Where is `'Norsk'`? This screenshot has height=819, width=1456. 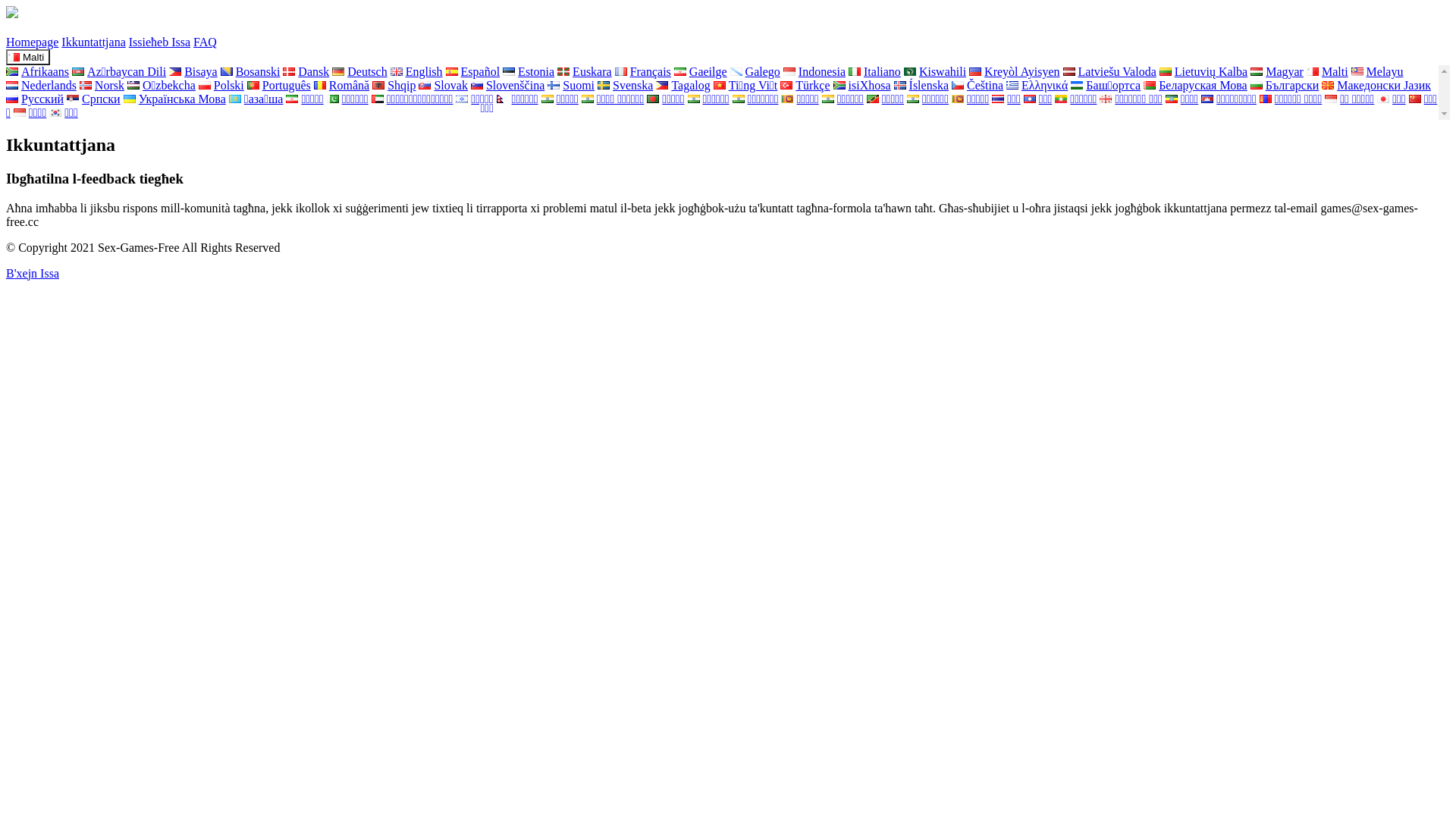 'Norsk' is located at coordinates (101, 85).